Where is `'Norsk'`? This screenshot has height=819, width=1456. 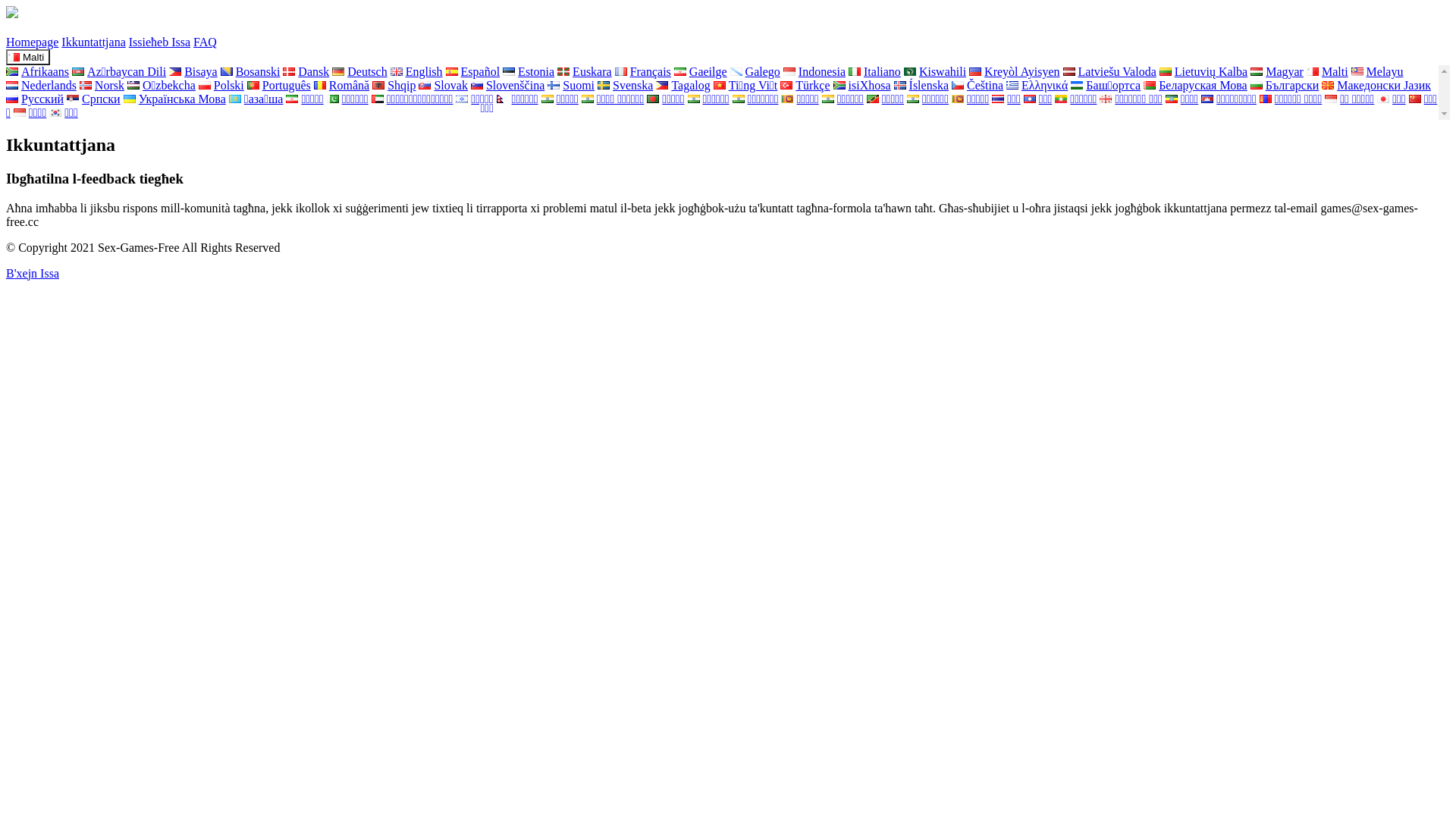 'Norsk' is located at coordinates (101, 85).